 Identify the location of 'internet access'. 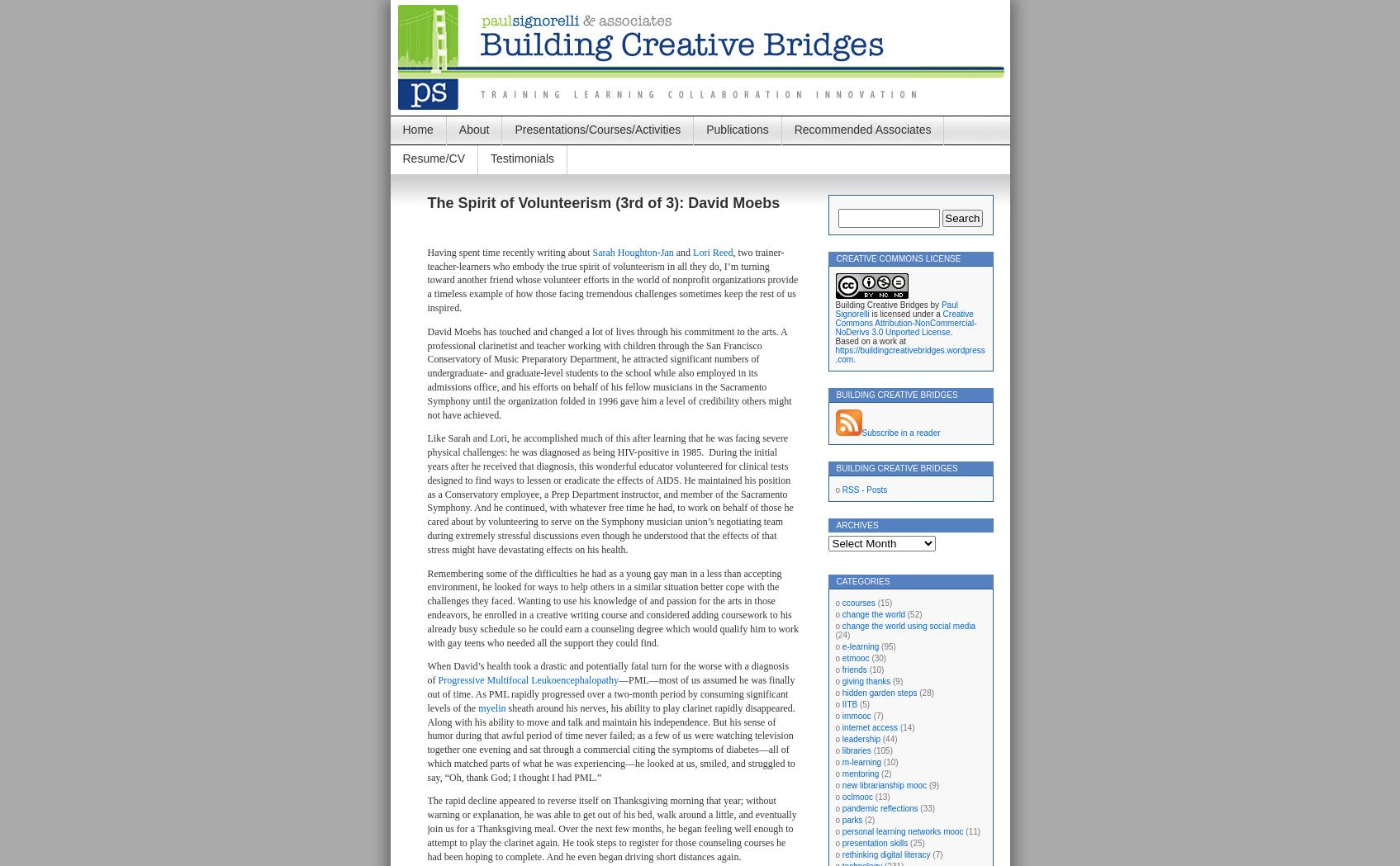
(869, 727).